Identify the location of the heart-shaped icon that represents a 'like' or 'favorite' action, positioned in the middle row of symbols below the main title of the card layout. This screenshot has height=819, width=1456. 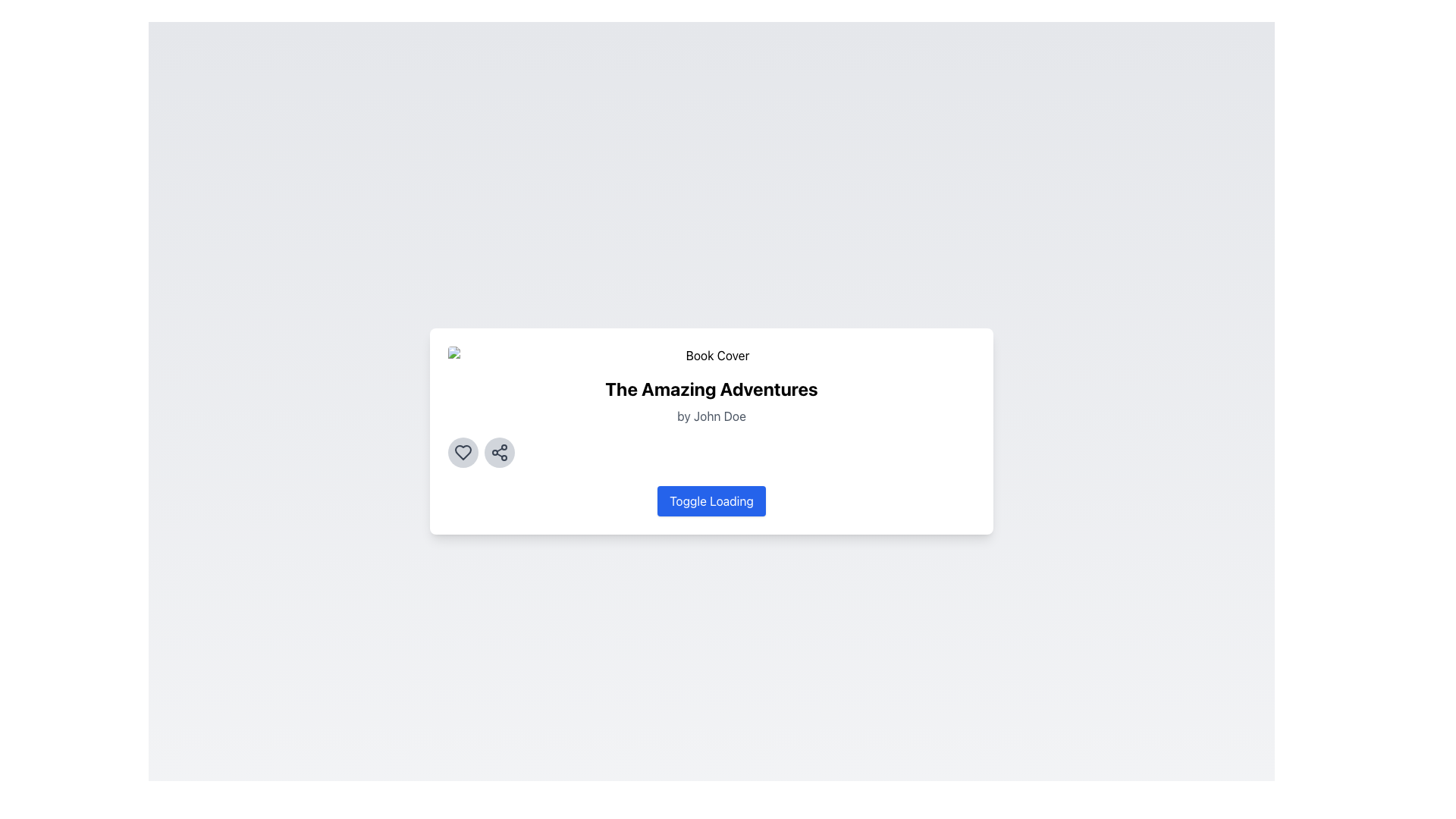
(463, 452).